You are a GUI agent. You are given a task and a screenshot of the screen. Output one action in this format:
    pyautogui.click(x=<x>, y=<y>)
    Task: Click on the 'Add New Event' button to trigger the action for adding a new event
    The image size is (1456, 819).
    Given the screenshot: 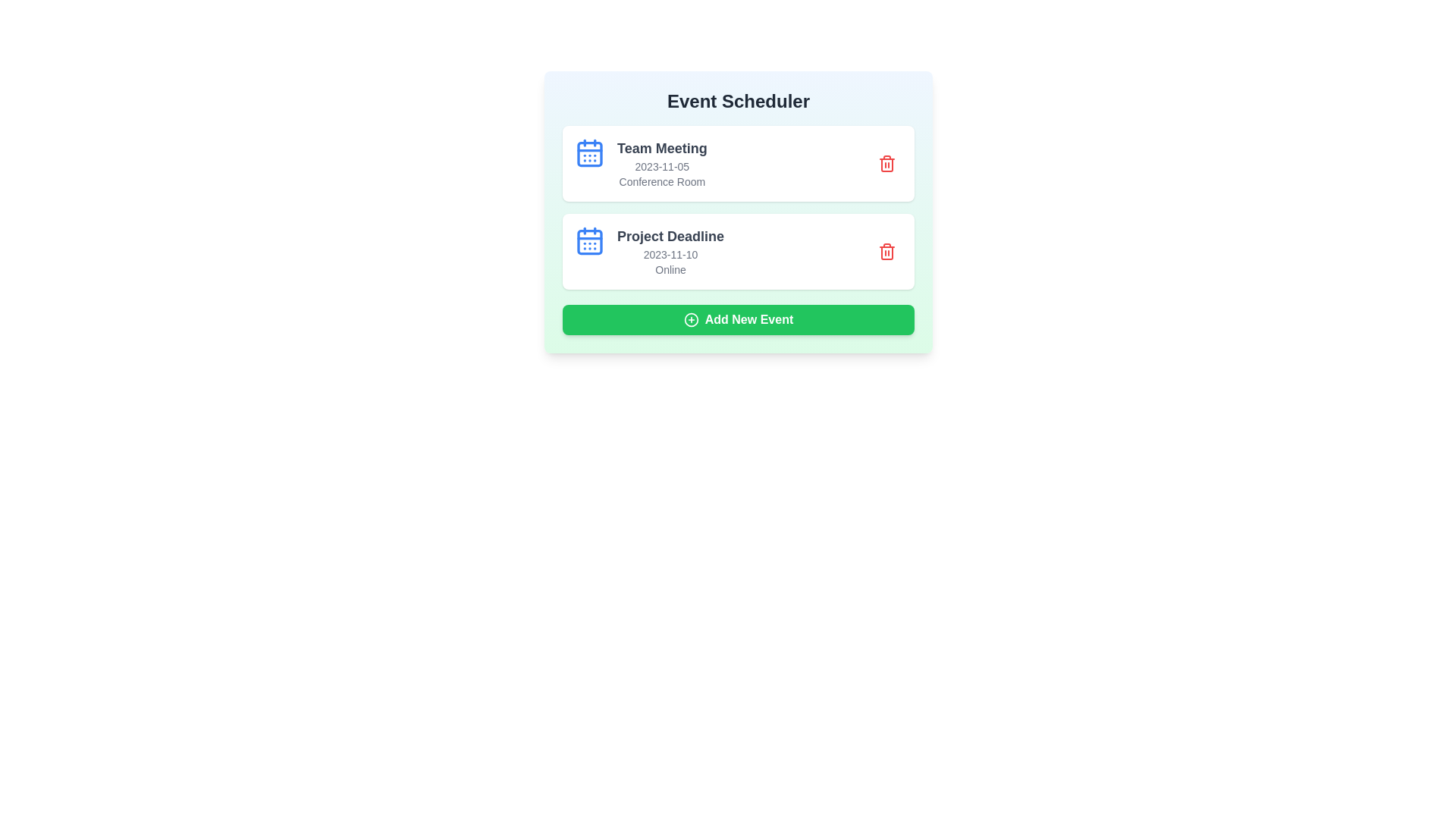 What is the action you would take?
    pyautogui.click(x=739, y=318)
    